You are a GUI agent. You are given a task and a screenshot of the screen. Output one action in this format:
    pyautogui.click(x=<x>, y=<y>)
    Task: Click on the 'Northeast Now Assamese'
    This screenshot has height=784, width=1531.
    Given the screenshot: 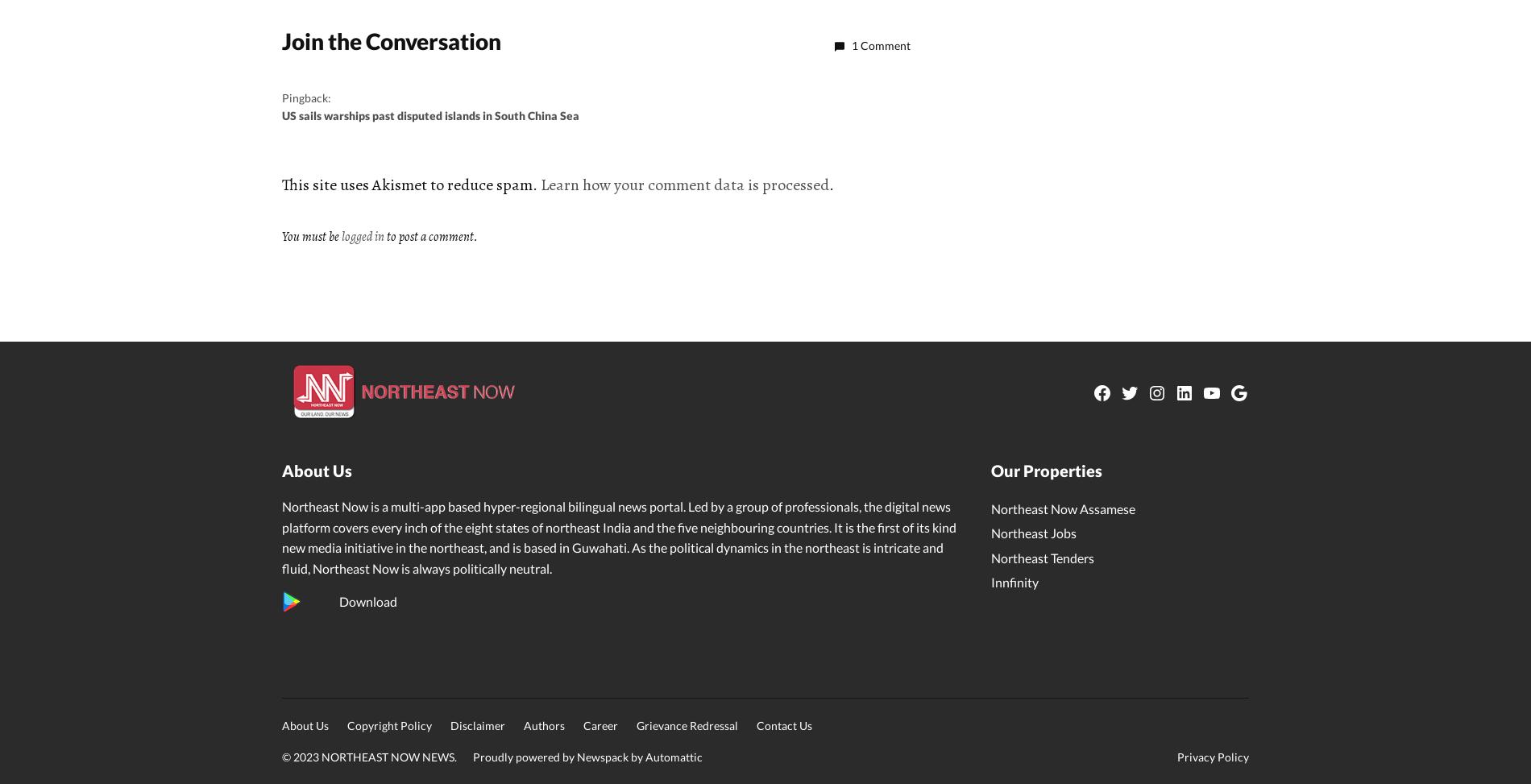 What is the action you would take?
    pyautogui.click(x=1062, y=507)
    